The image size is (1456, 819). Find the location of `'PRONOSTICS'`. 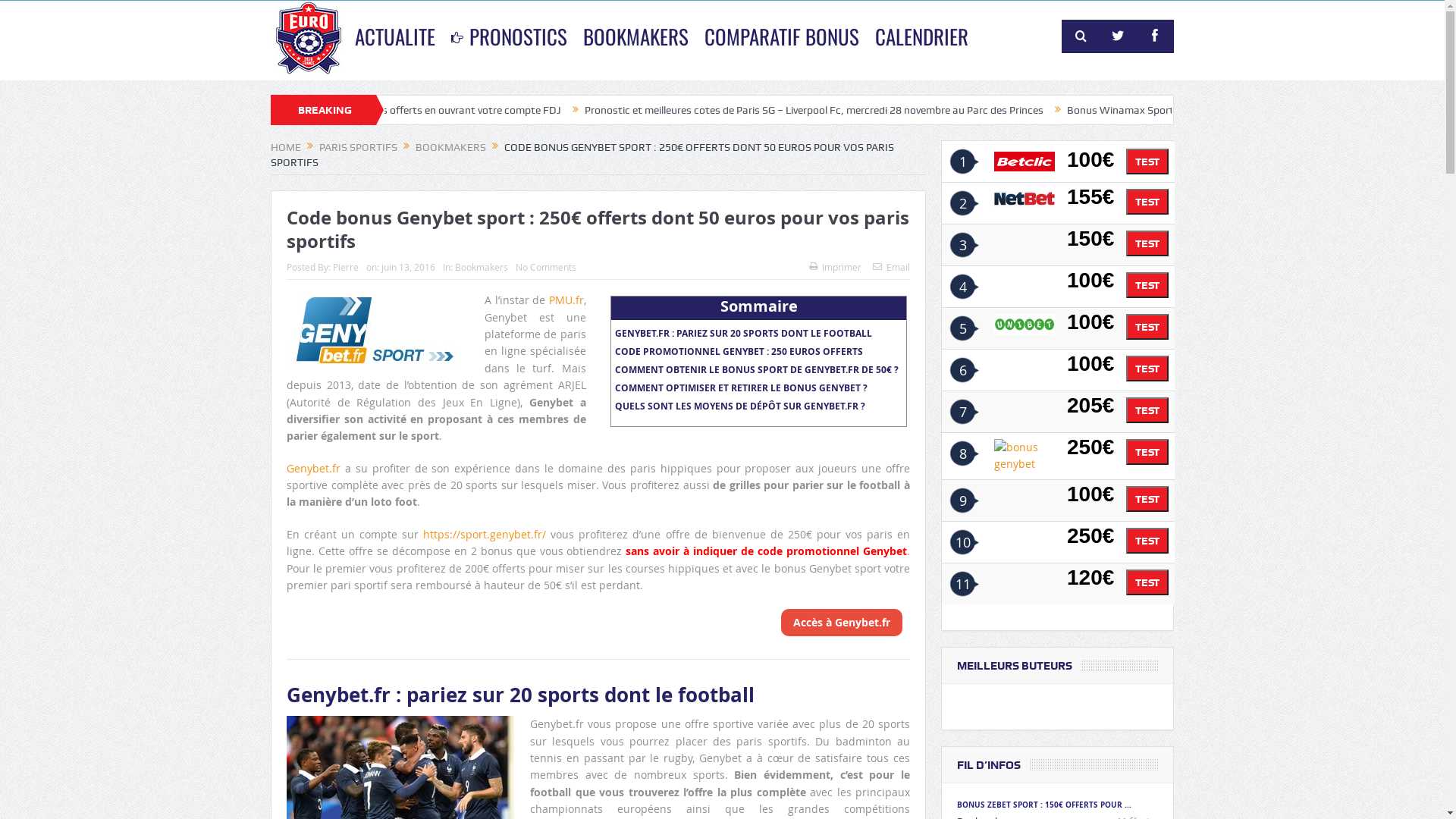

'PRONOSTICS' is located at coordinates (443, 35).